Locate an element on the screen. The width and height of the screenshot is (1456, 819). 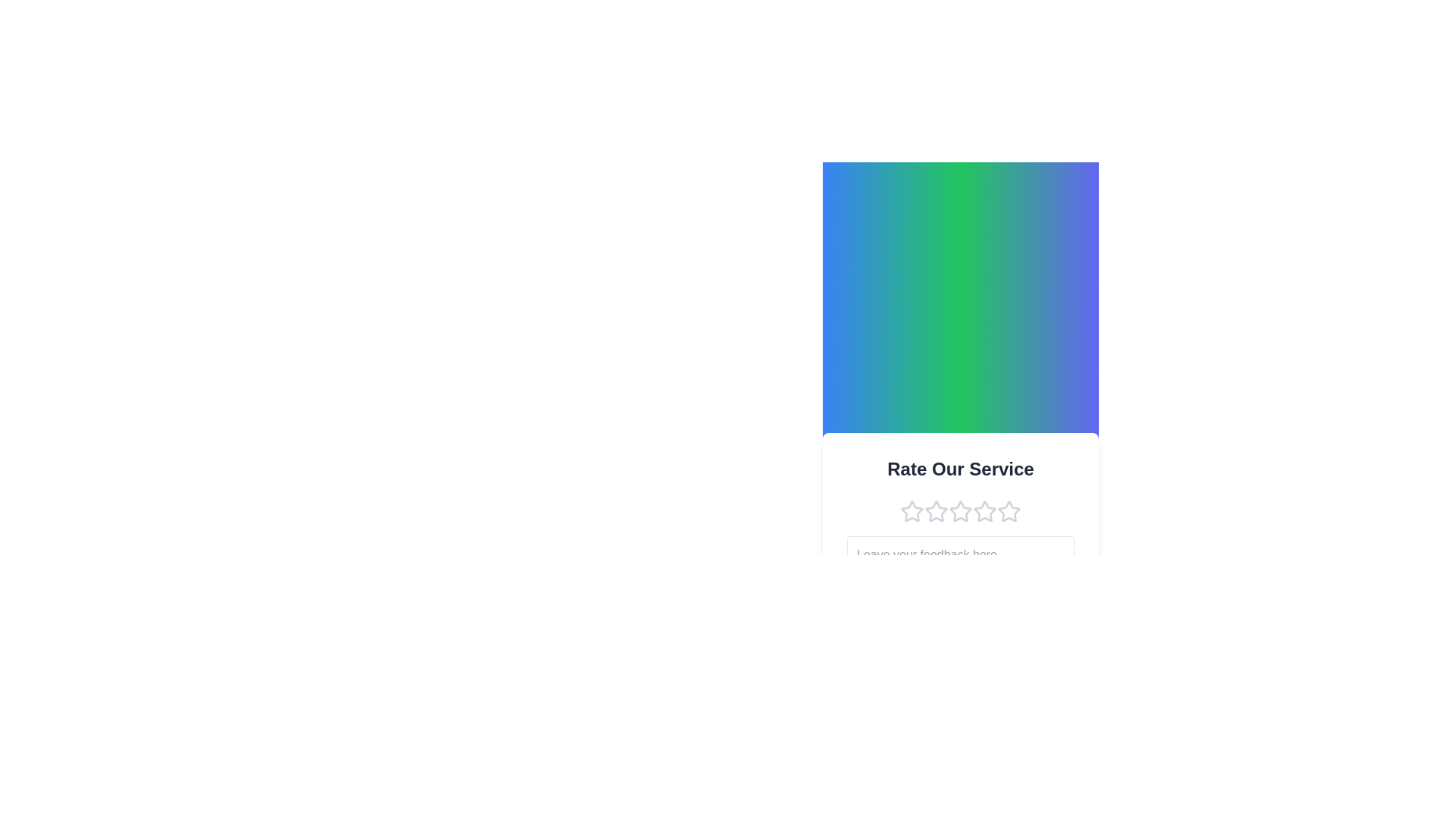
the third star icon in the rating control to provide a 3-star rating is located at coordinates (960, 511).